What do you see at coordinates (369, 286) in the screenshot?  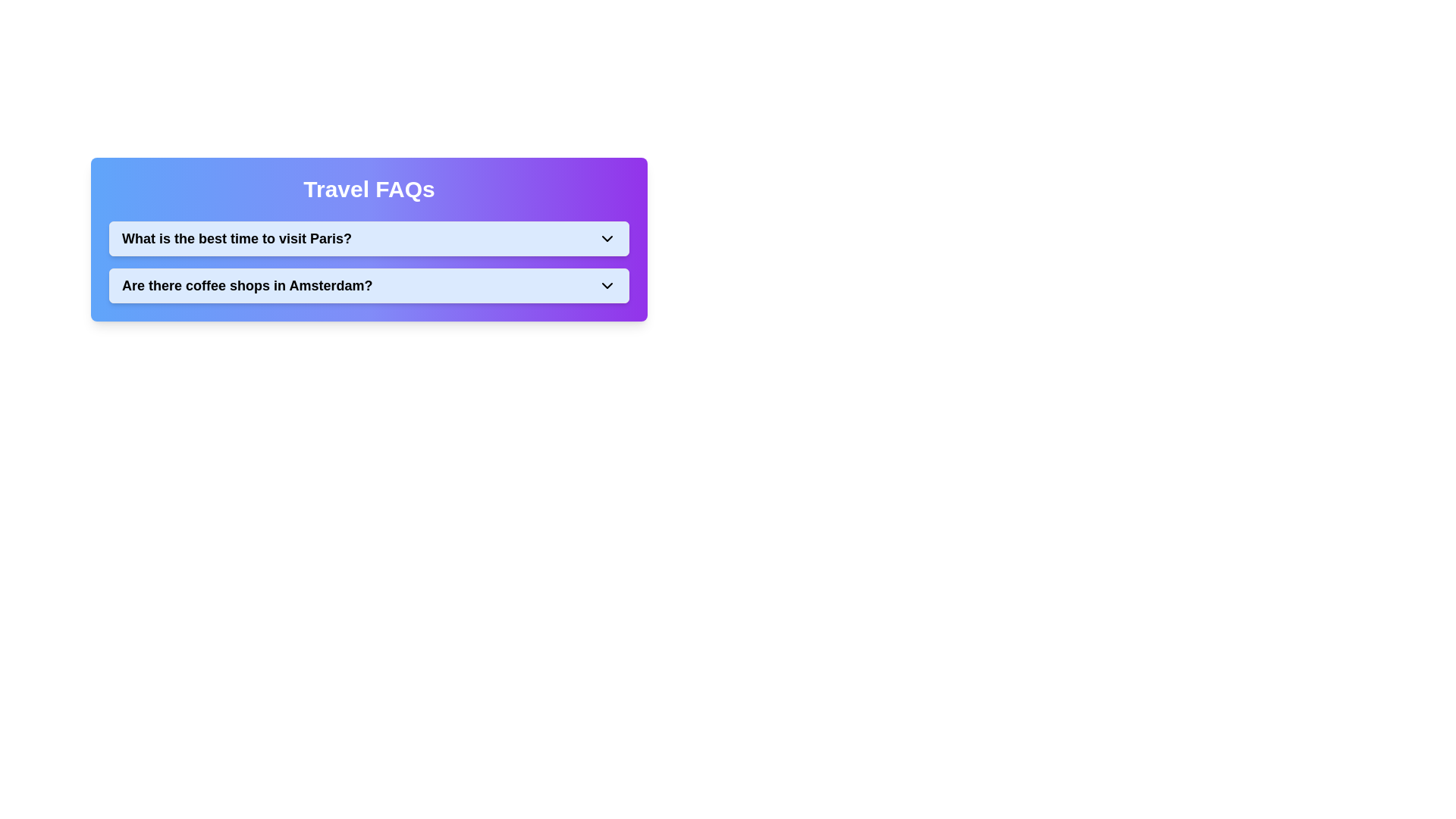 I see `the second Accordion item or collapsible button that provides an FAQ question, located below the button titled 'What is the best time to visit Paris?'` at bounding box center [369, 286].